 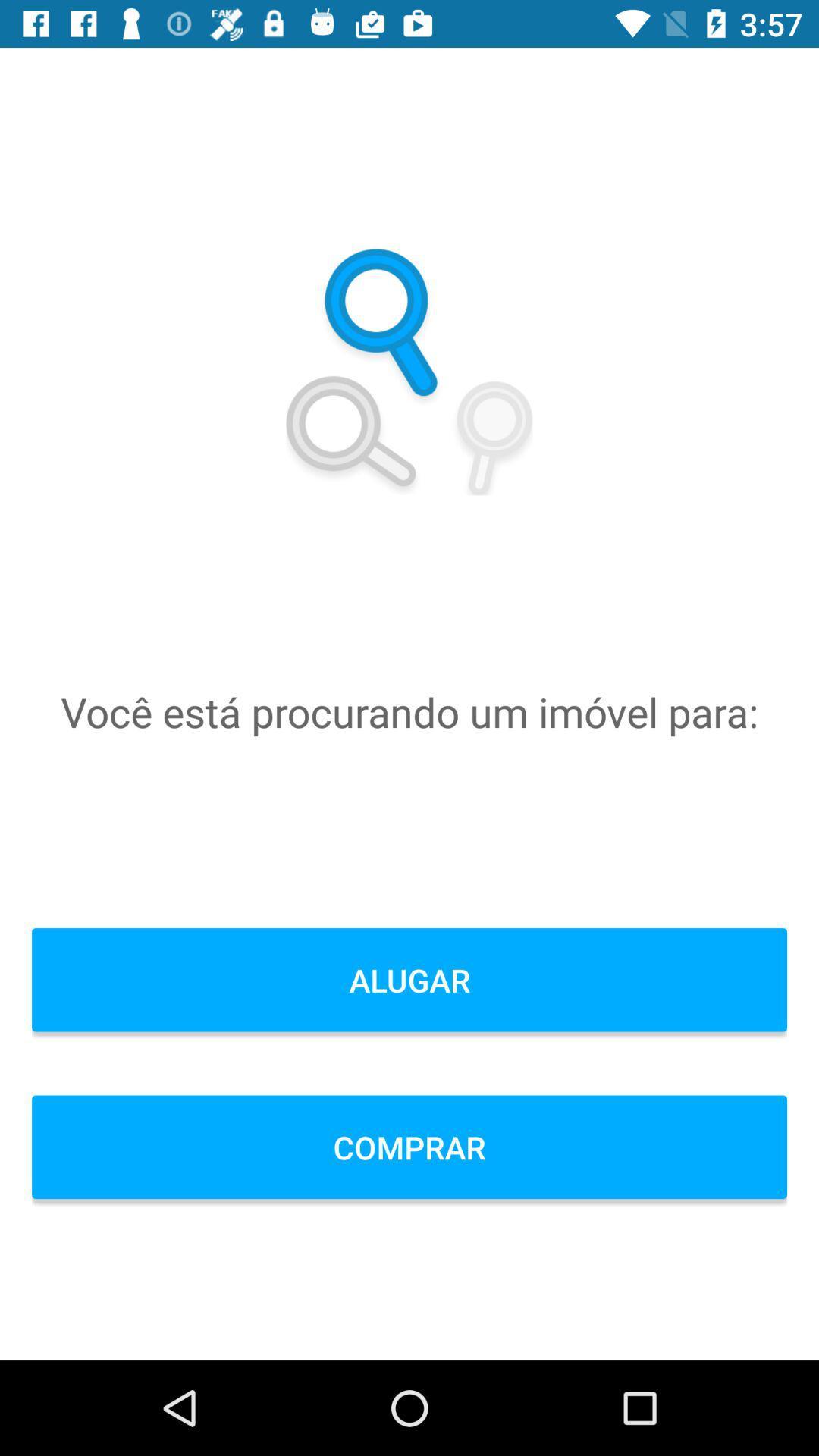 What do you see at coordinates (409, 980) in the screenshot?
I see `item above comprar icon` at bounding box center [409, 980].